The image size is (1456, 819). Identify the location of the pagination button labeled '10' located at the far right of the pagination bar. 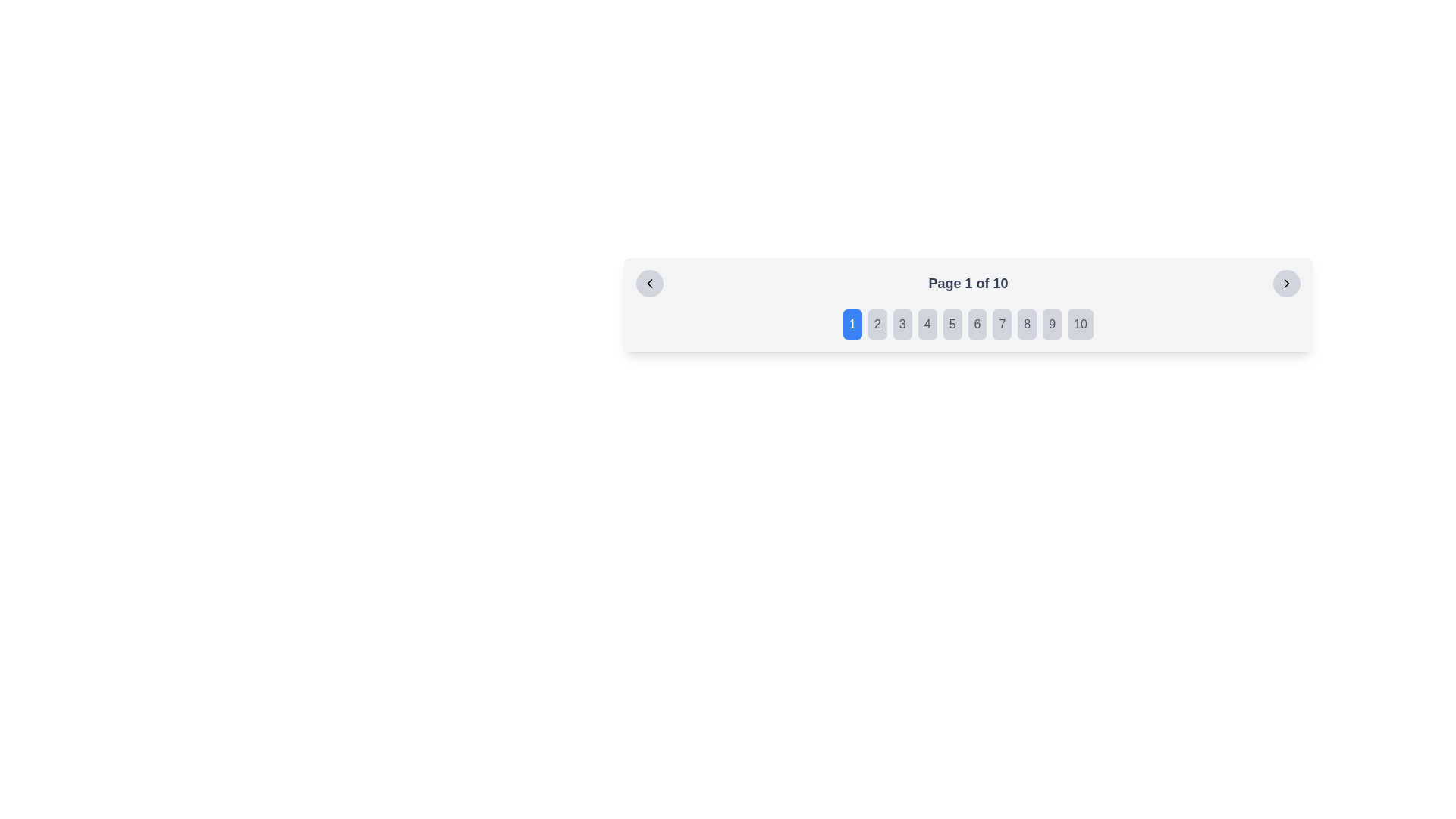
(1080, 324).